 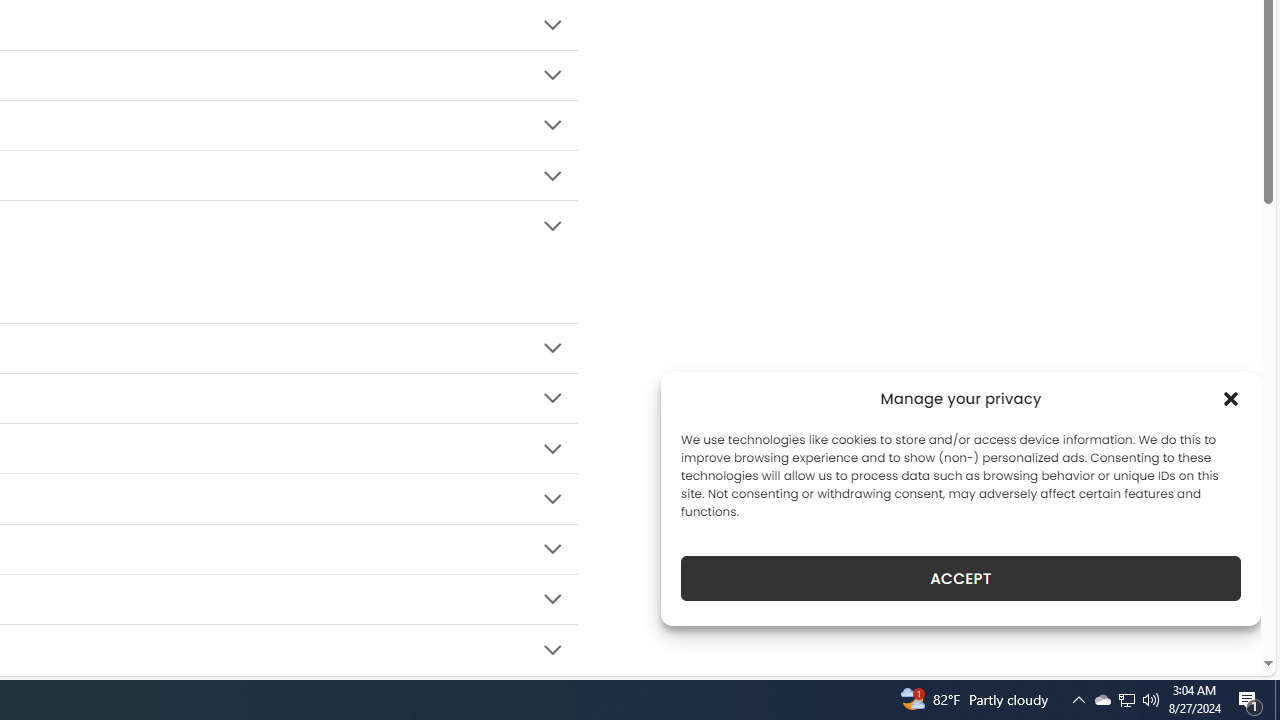 I want to click on 'ACCEPT', so click(x=961, y=578).